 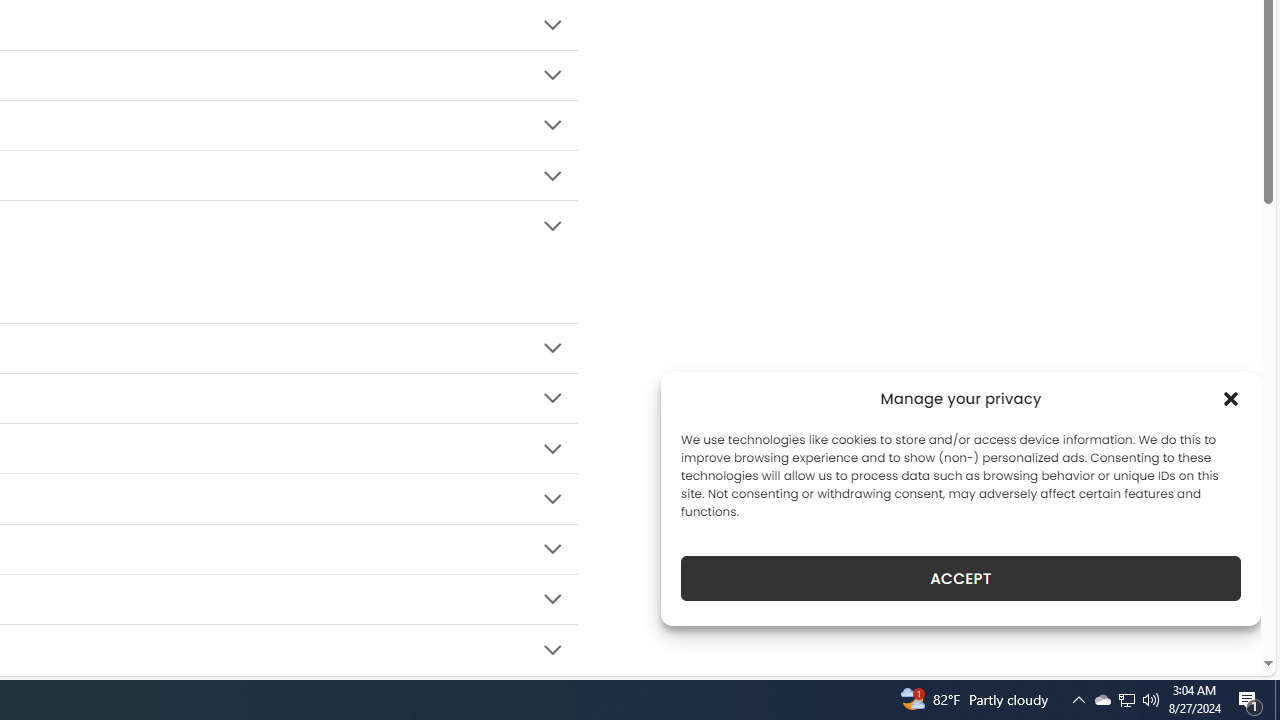 I want to click on 'ACCEPT', so click(x=961, y=578).